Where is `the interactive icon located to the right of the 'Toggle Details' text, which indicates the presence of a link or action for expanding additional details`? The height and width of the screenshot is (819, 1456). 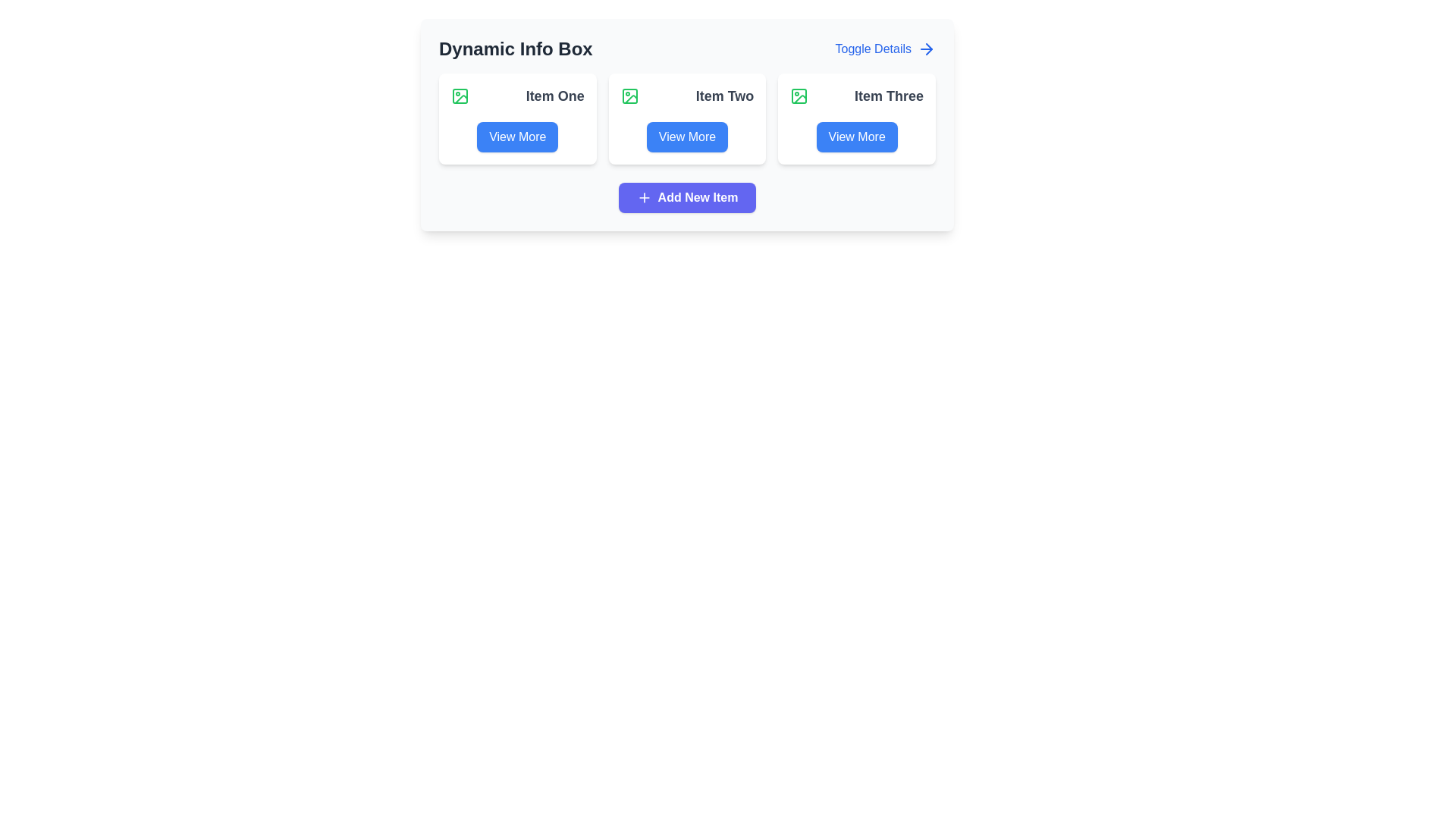 the interactive icon located to the right of the 'Toggle Details' text, which indicates the presence of a link or action for expanding additional details is located at coordinates (926, 49).